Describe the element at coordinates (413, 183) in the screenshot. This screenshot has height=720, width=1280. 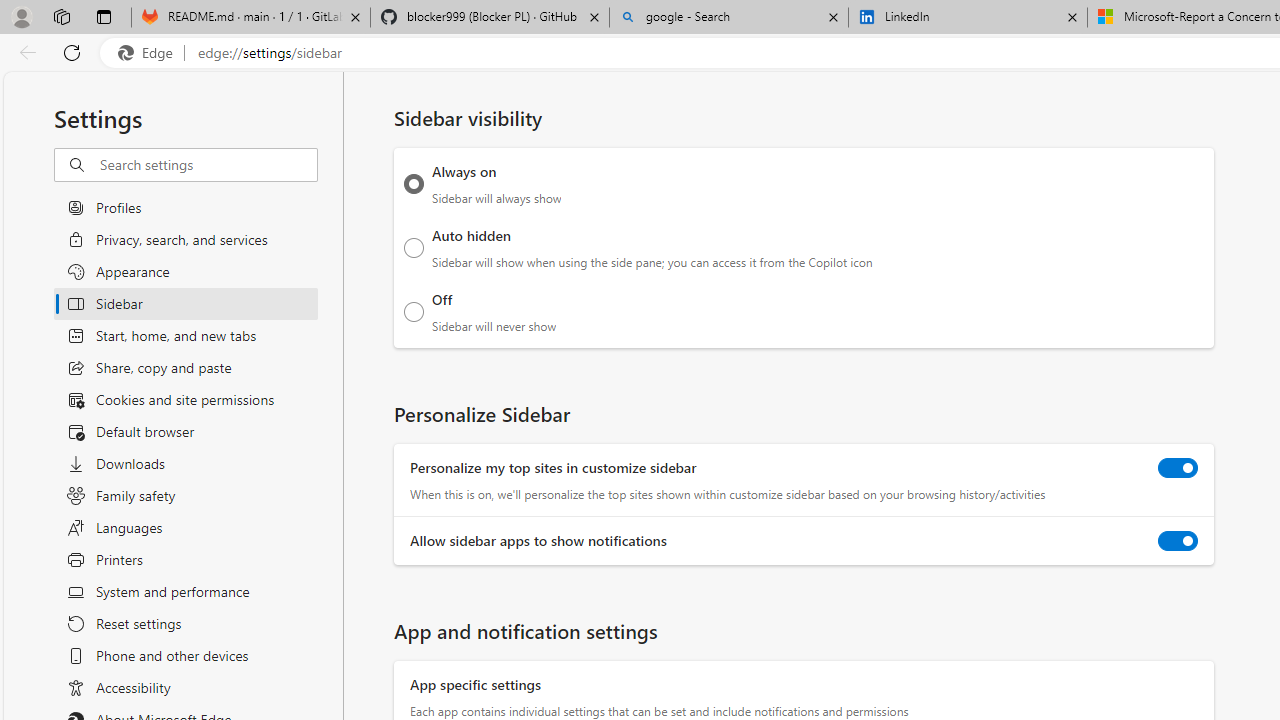
I see `'Always on Sidebar will always show'` at that location.